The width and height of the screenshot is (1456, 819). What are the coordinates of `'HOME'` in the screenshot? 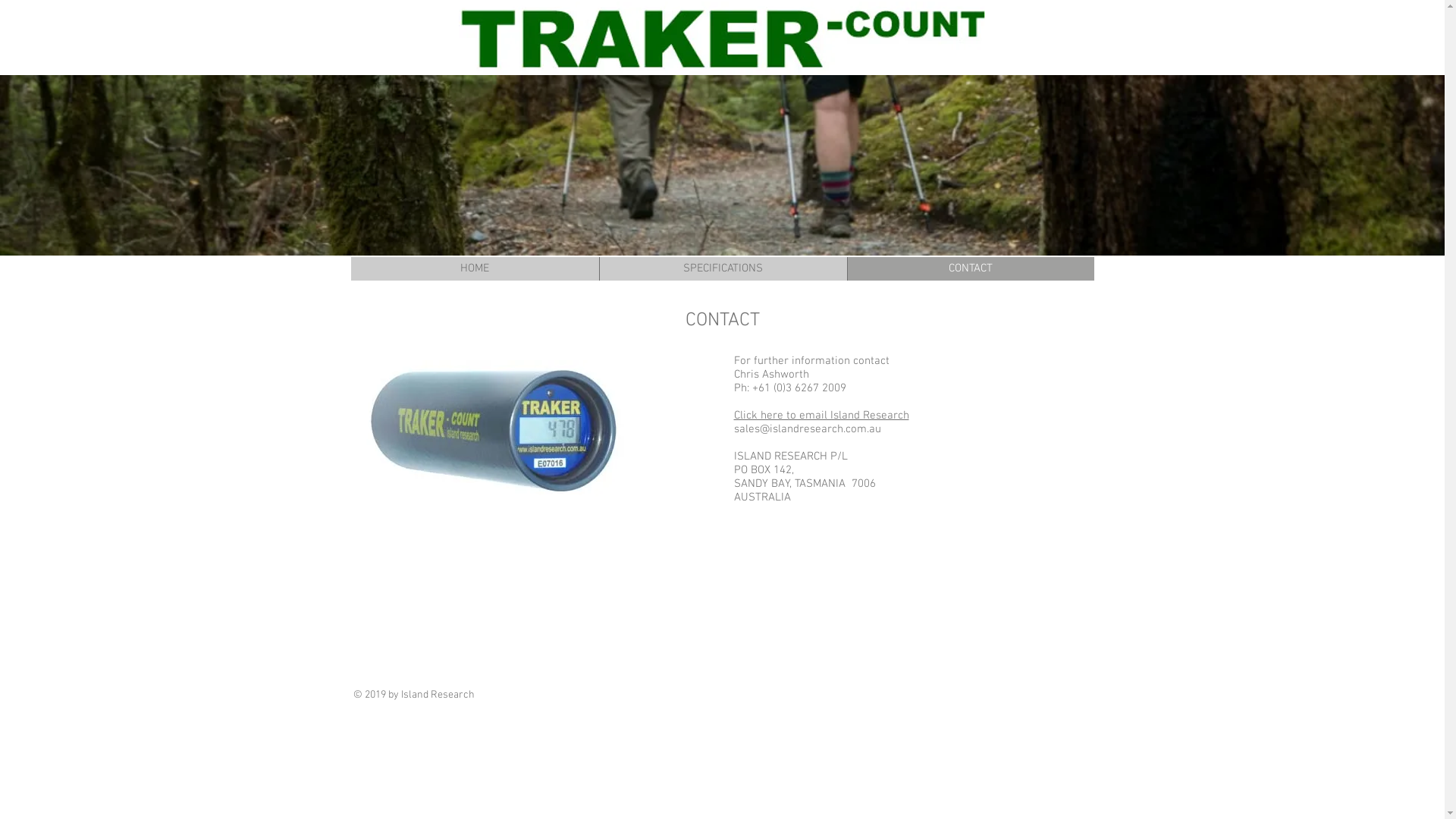 It's located at (349, 268).